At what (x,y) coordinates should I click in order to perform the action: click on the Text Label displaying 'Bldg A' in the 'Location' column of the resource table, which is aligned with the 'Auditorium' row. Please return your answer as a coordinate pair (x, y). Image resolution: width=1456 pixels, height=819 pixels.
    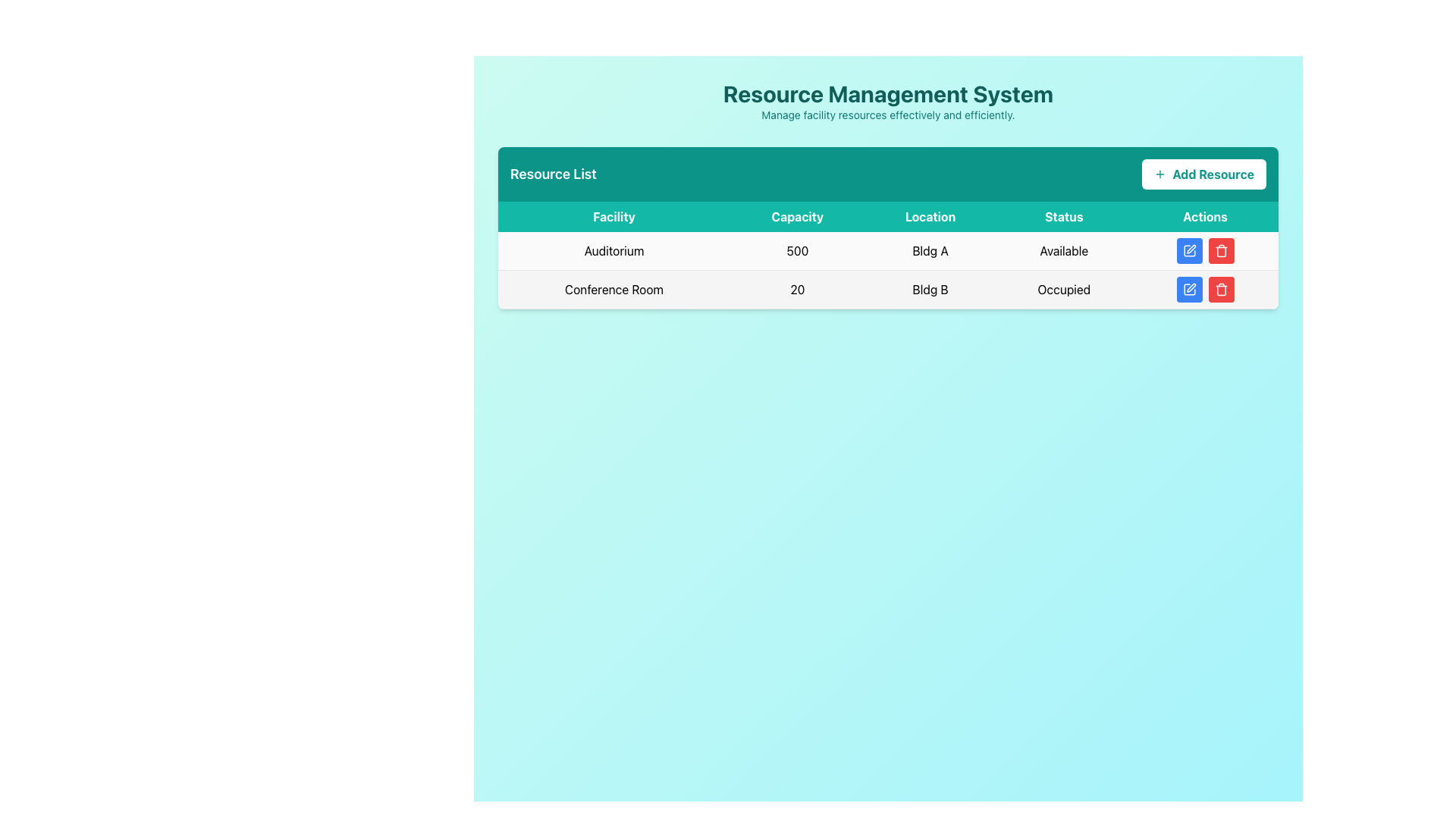
    Looking at the image, I should click on (930, 250).